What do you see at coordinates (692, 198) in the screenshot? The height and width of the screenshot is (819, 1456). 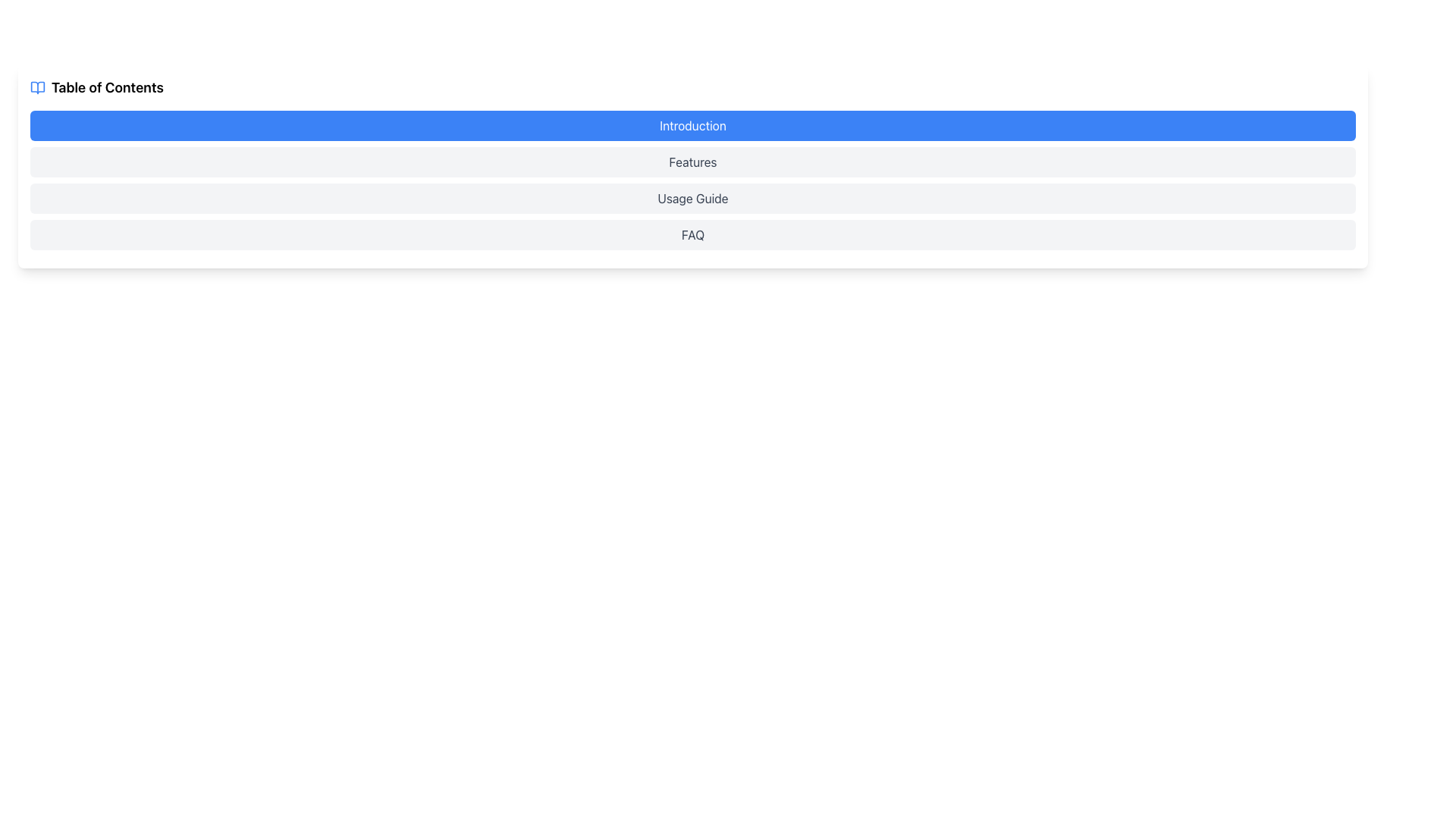 I see `the hyperlink labeled 'Usage Guide' located in the 'Table of Contents' section, which is the third item in the list` at bounding box center [692, 198].